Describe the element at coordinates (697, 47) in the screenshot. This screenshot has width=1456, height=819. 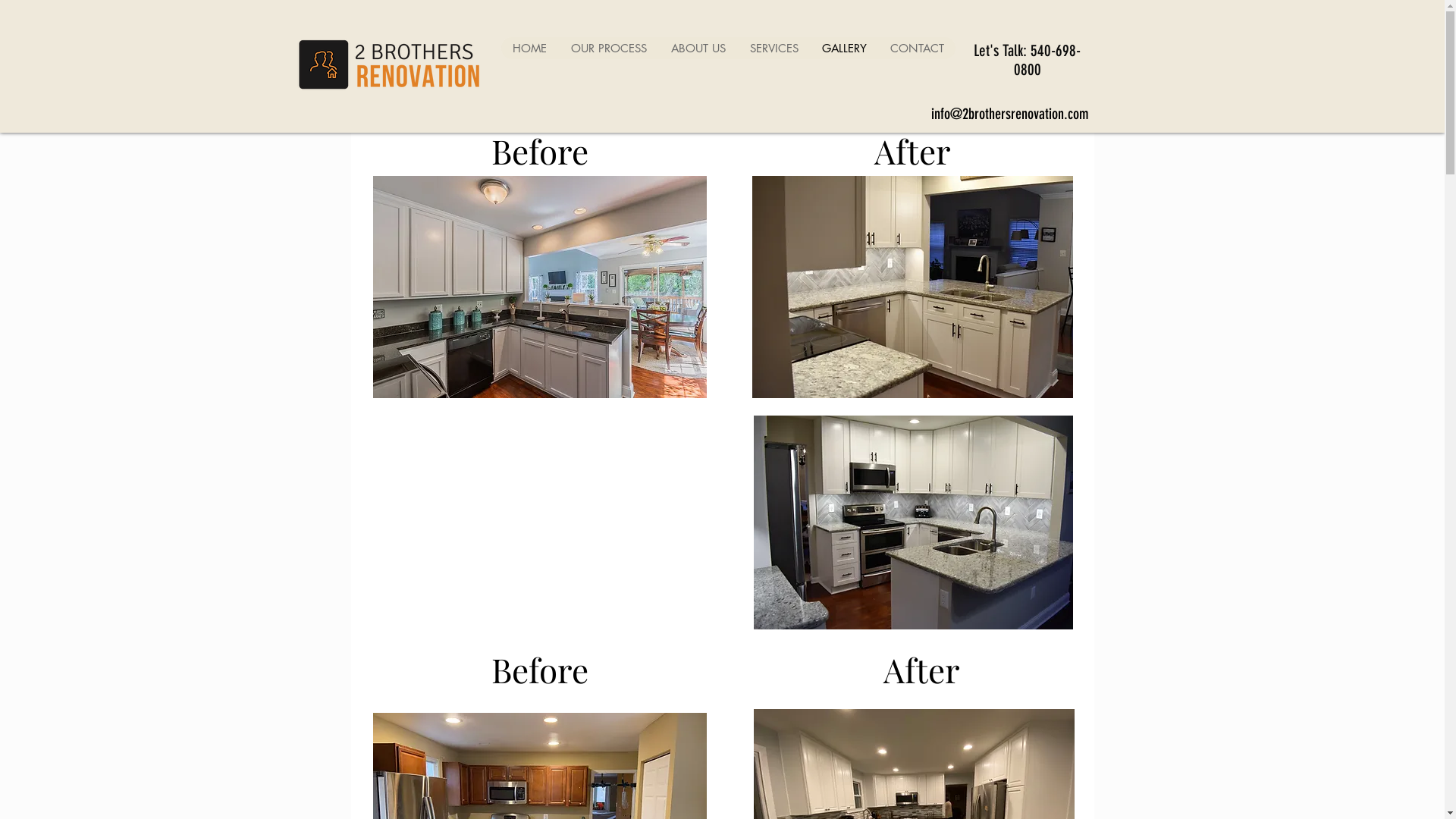
I see `'ABOUT US'` at that location.